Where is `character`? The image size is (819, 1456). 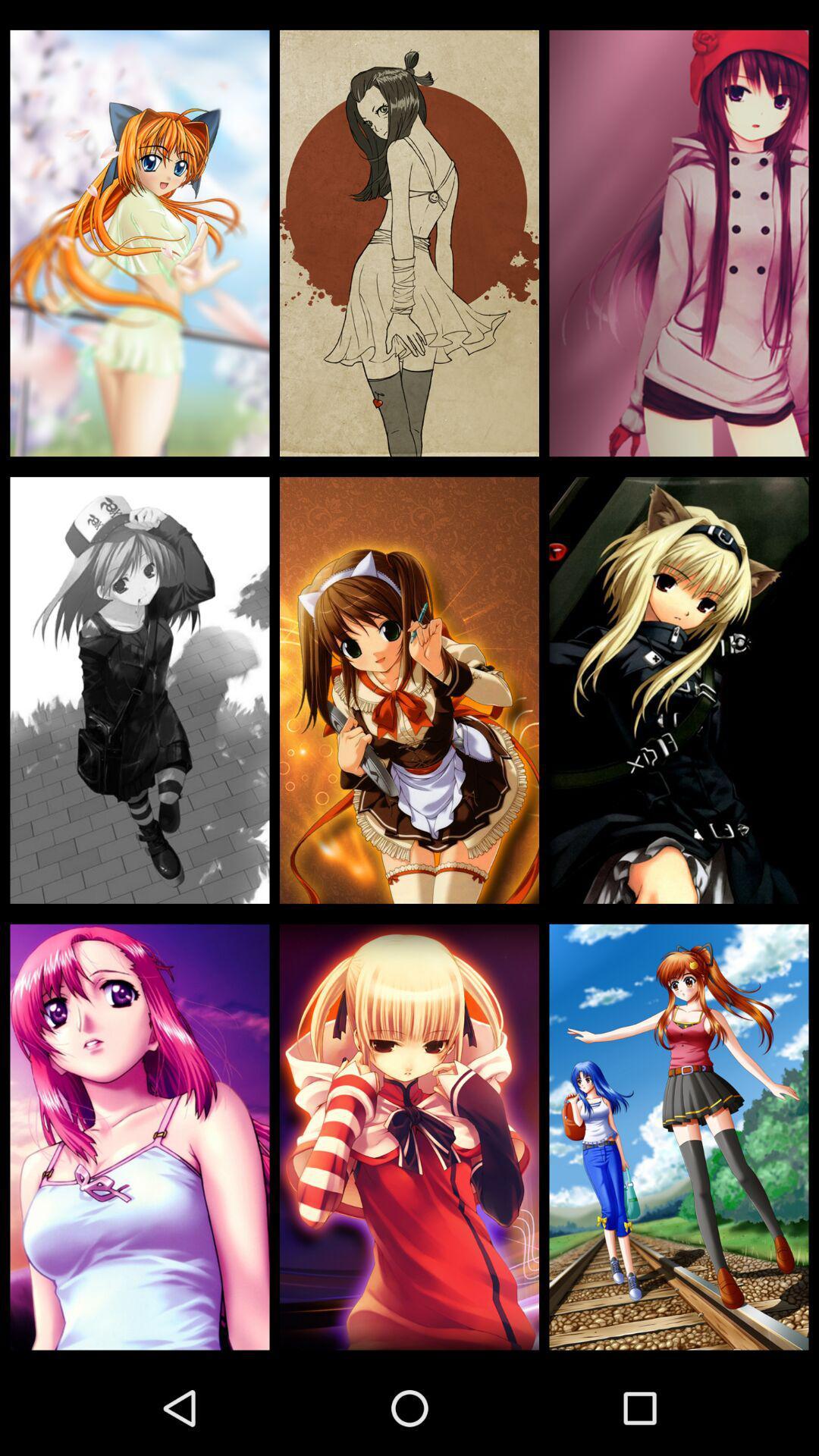
character is located at coordinates (140, 689).